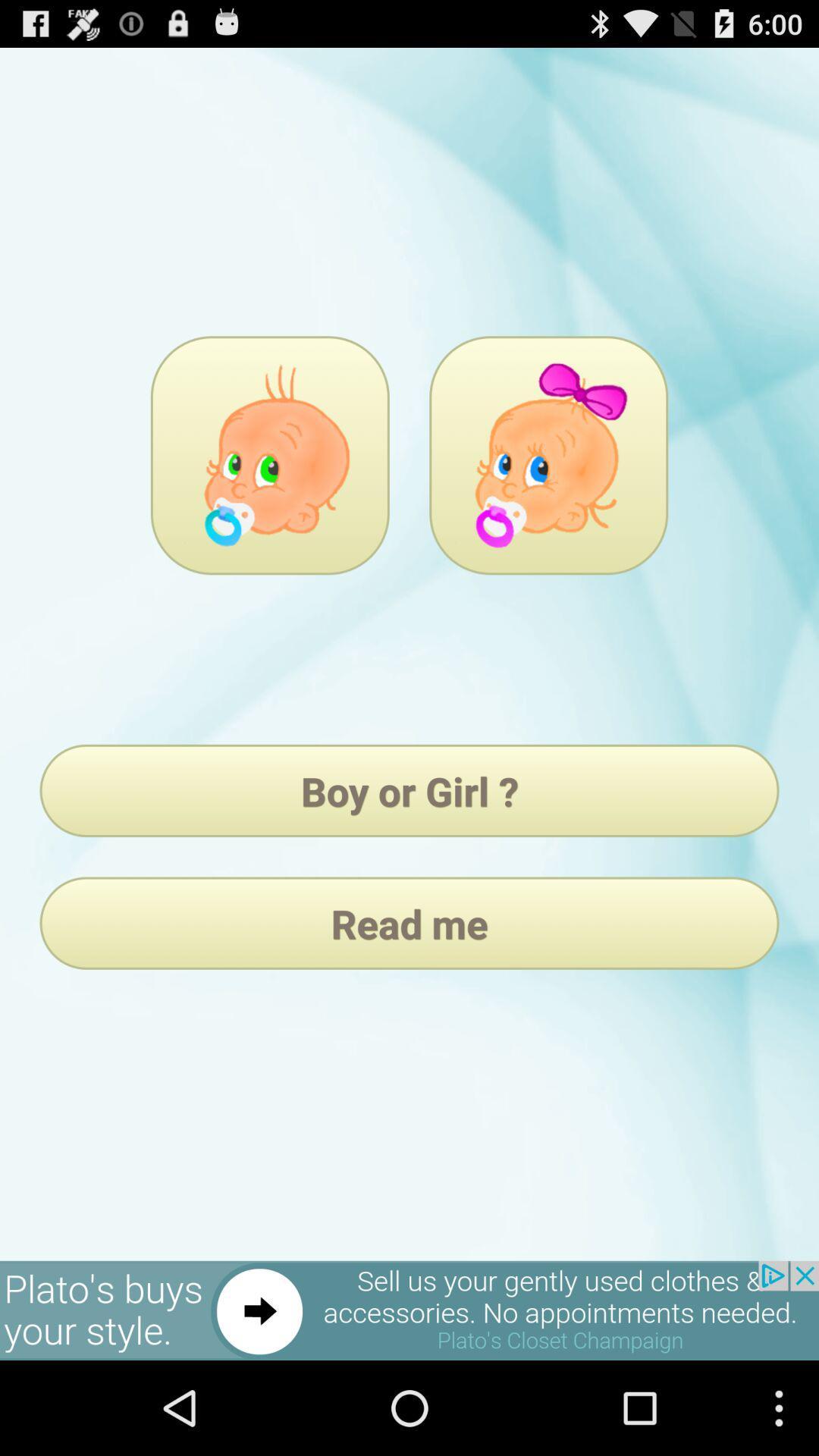 The width and height of the screenshot is (819, 1456). What do you see at coordinates (548, 454) in the screenshot?
I see `game page` at bounding box center [548, 454].